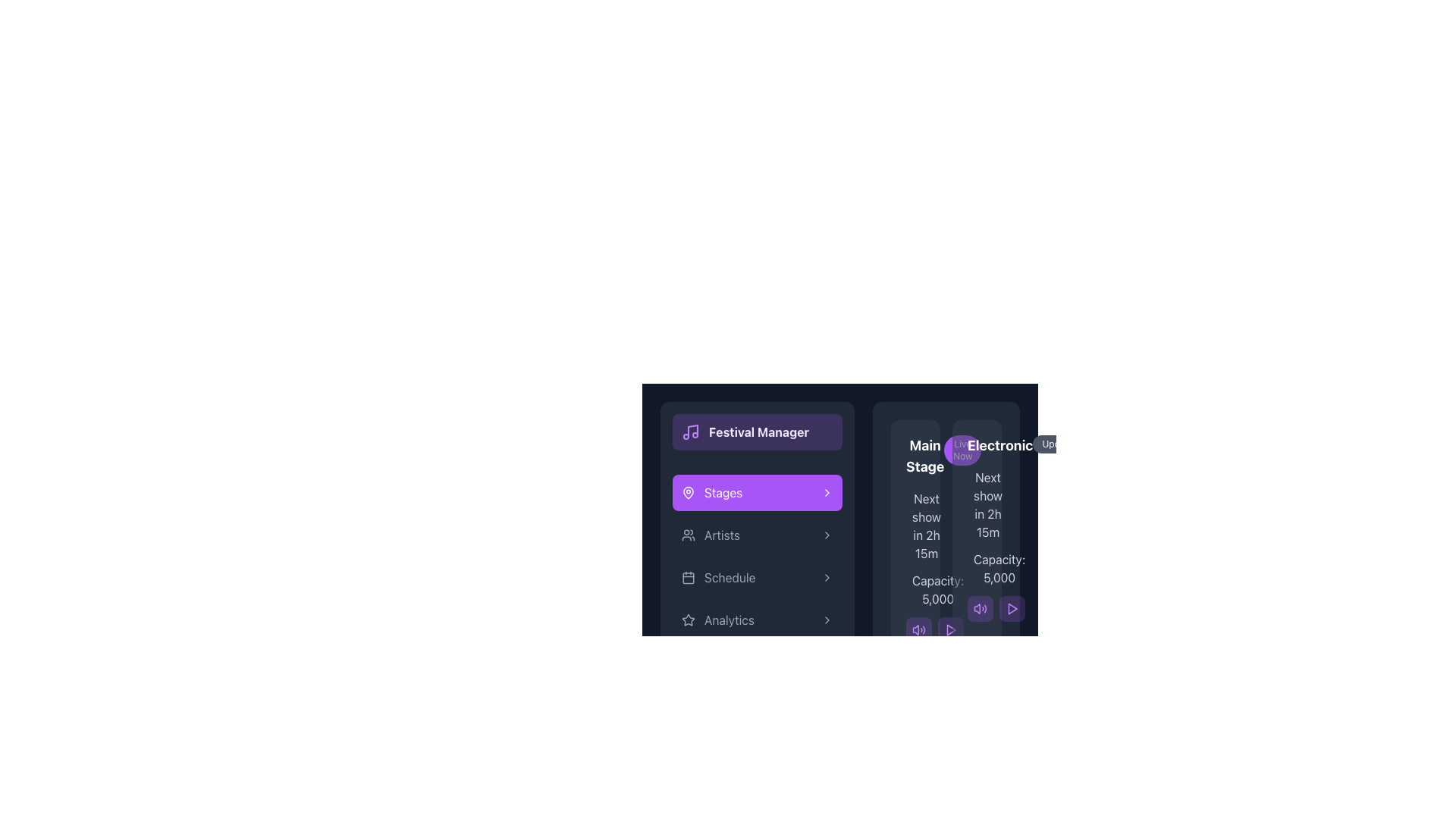 This screenshot has height=819, width=1456. I want to click on the Text Label that informs the user about the stage's capacity, which is centrally aligned below the 'Next show in 2h 15m' text within the 'Electronic' card, so click(937, 589).